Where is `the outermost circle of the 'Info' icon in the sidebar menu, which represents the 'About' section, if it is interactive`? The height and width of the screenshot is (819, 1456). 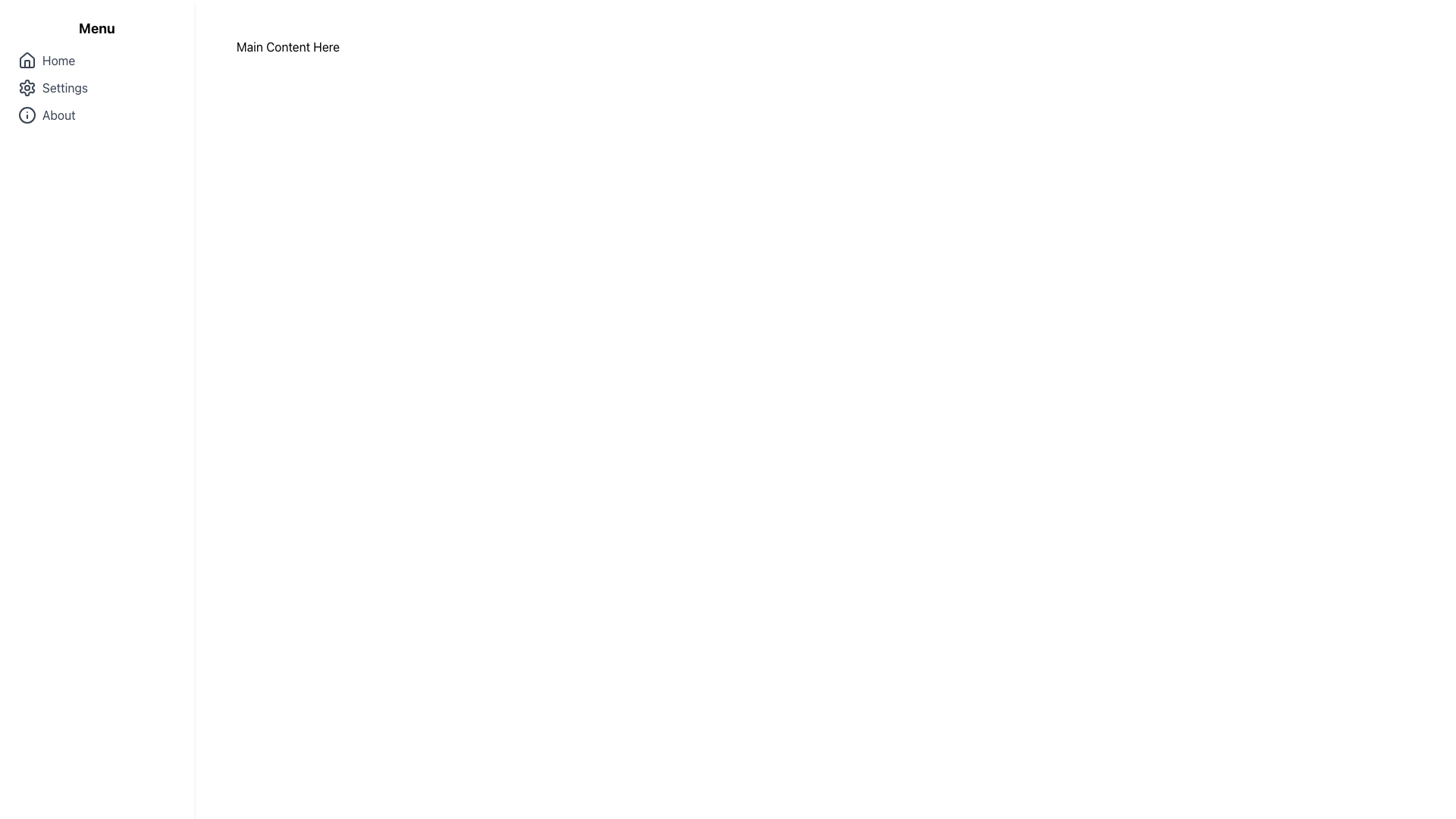 the outermost circle of the 'Info' icon in the sidebar menu, which represents the 'About' section, if it is interactive is located at coordinates (27, 114).